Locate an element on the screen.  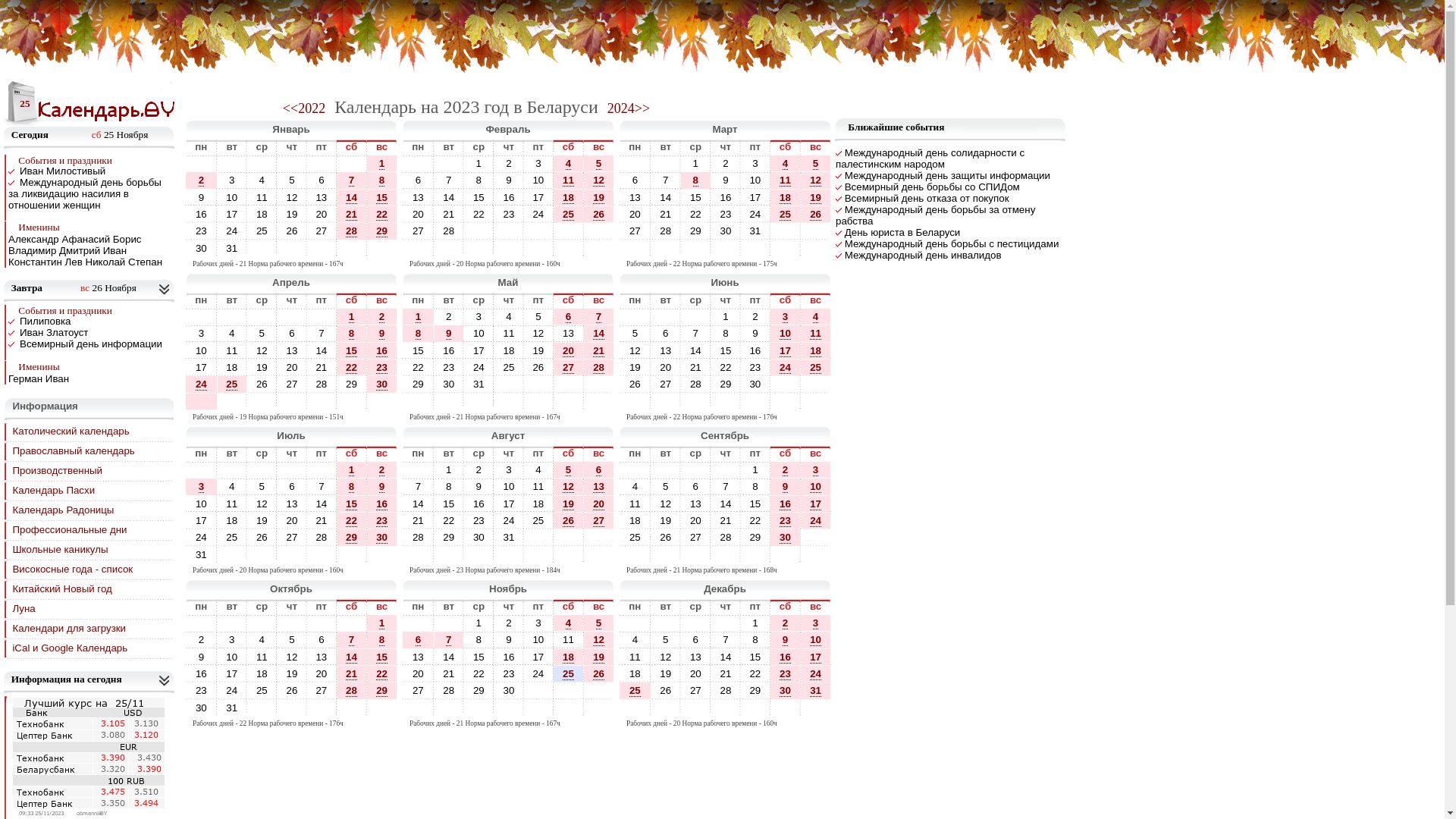
'23' is located at coordinates (785, 673).